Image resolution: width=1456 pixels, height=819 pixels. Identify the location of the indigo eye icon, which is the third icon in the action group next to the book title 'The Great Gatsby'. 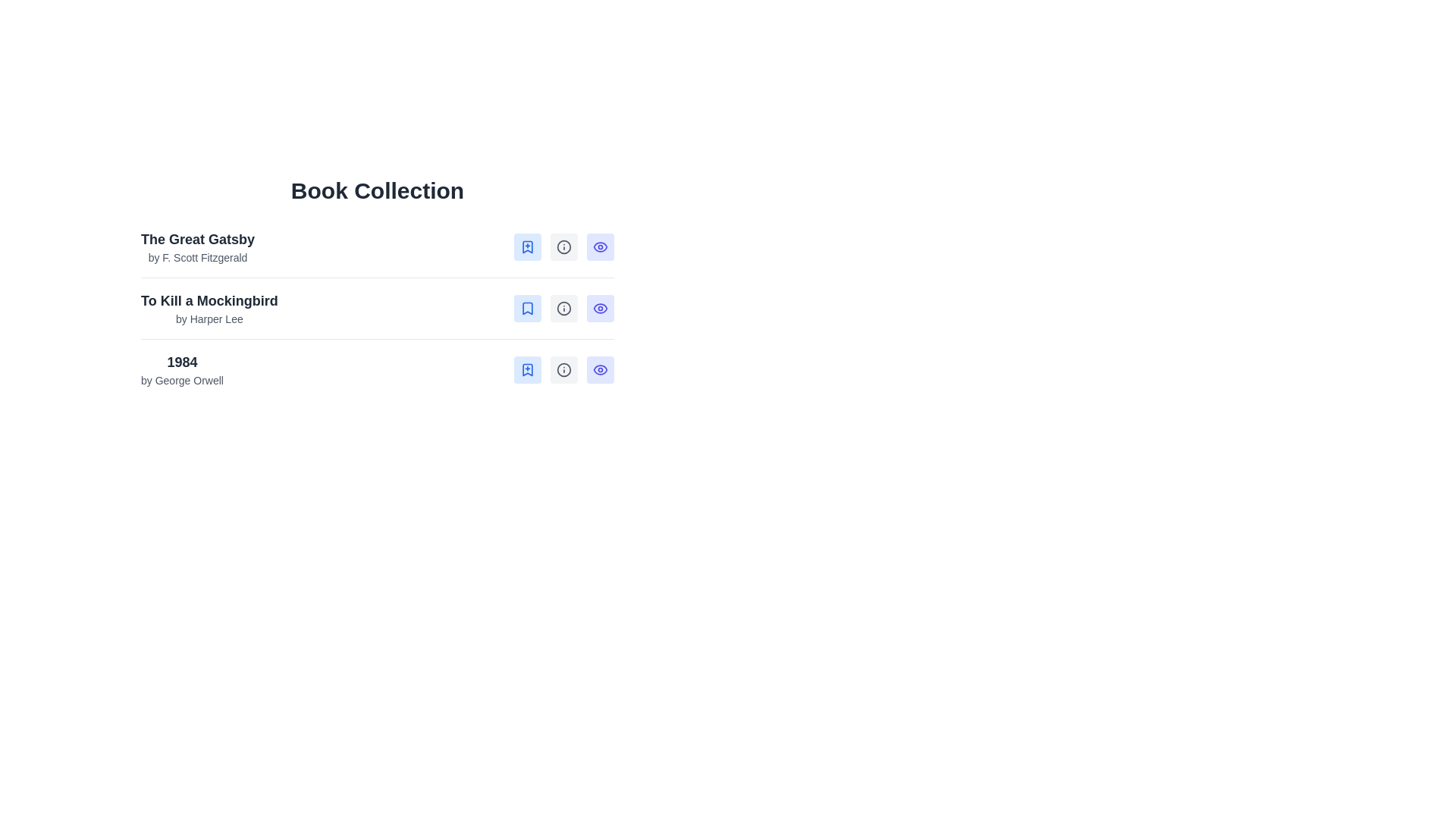
(600, 246).